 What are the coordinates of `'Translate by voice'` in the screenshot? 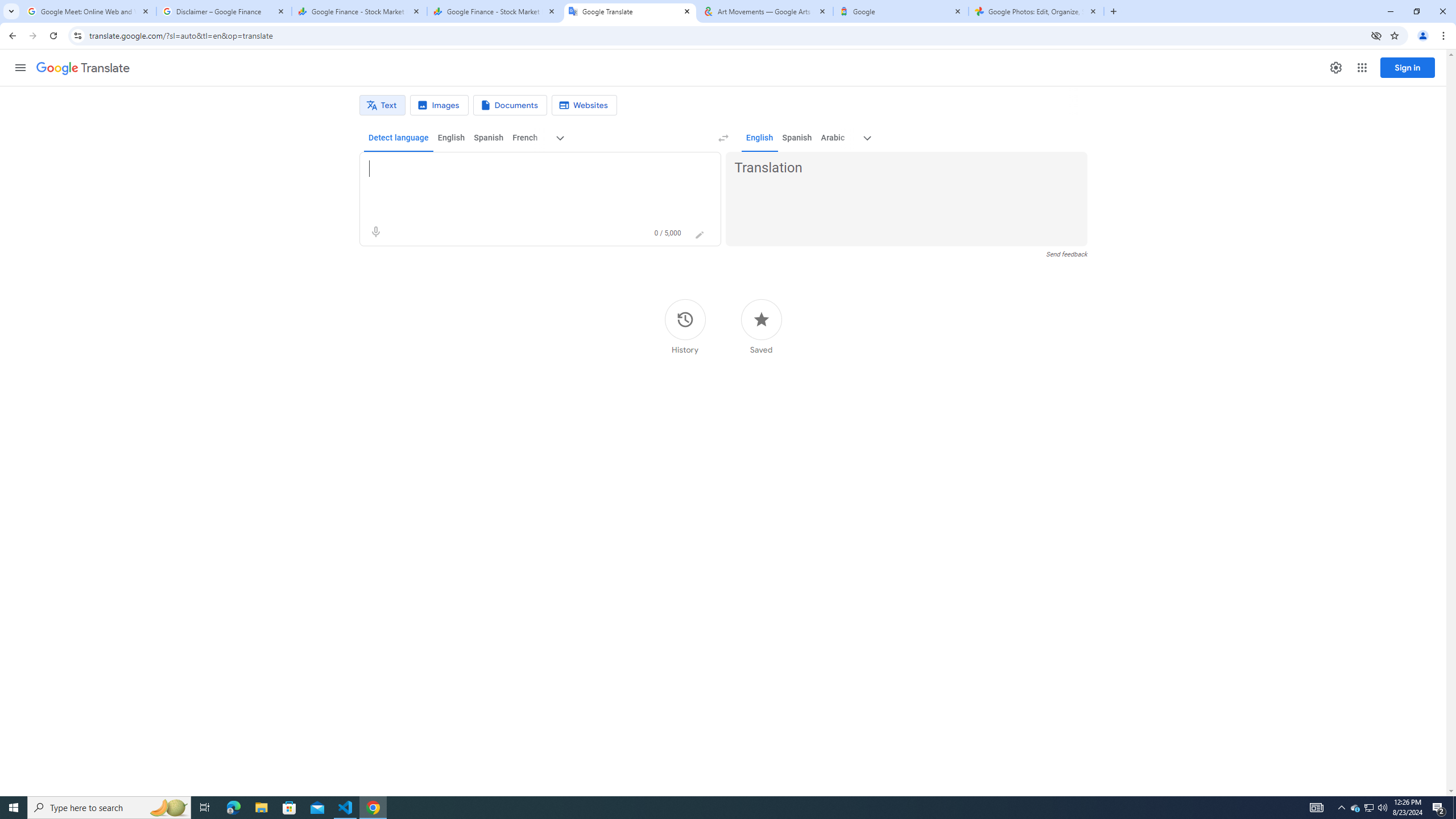 It's located at (375, 231).